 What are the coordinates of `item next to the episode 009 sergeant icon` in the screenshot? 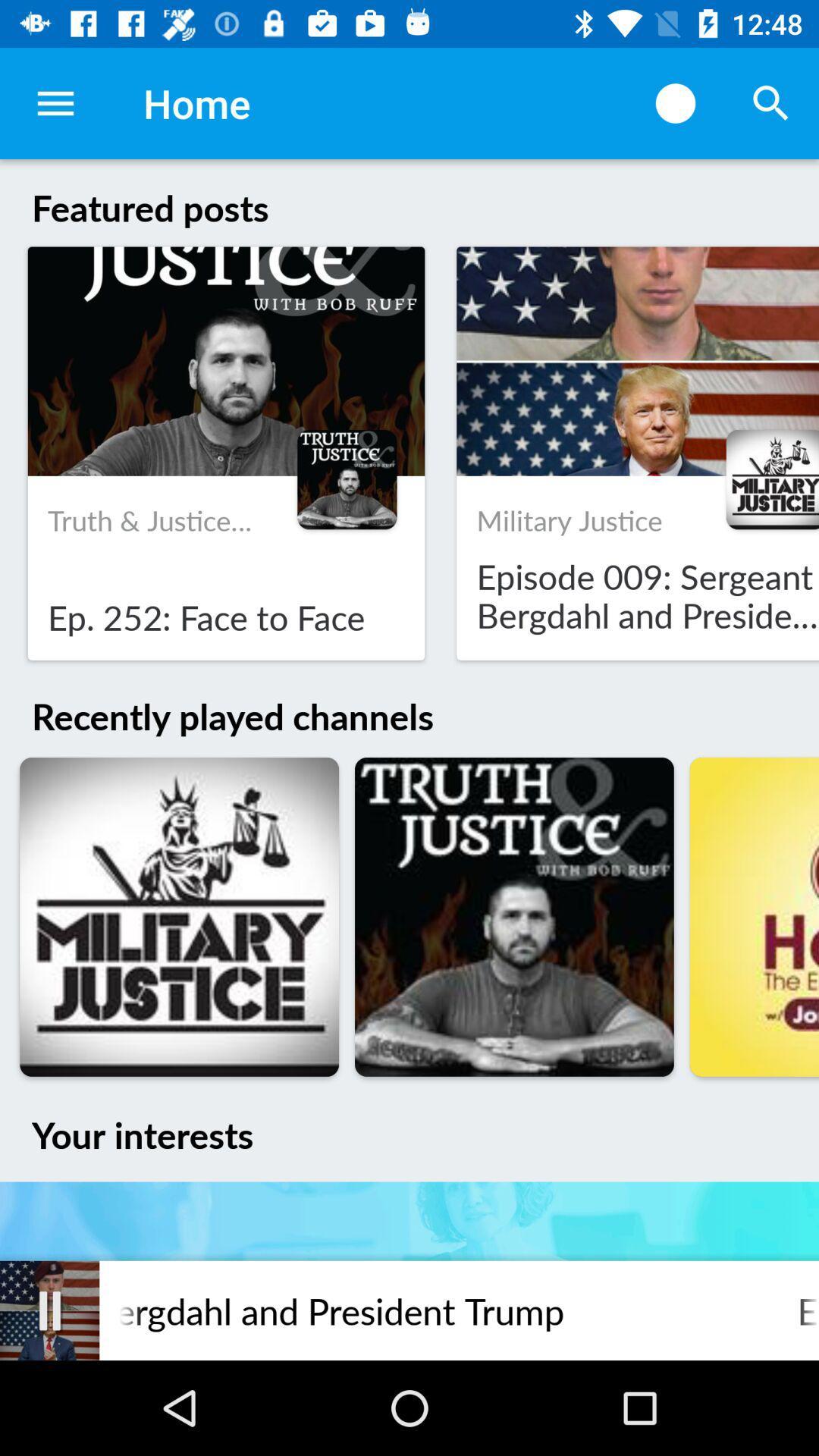 It's located at (49, 1310).